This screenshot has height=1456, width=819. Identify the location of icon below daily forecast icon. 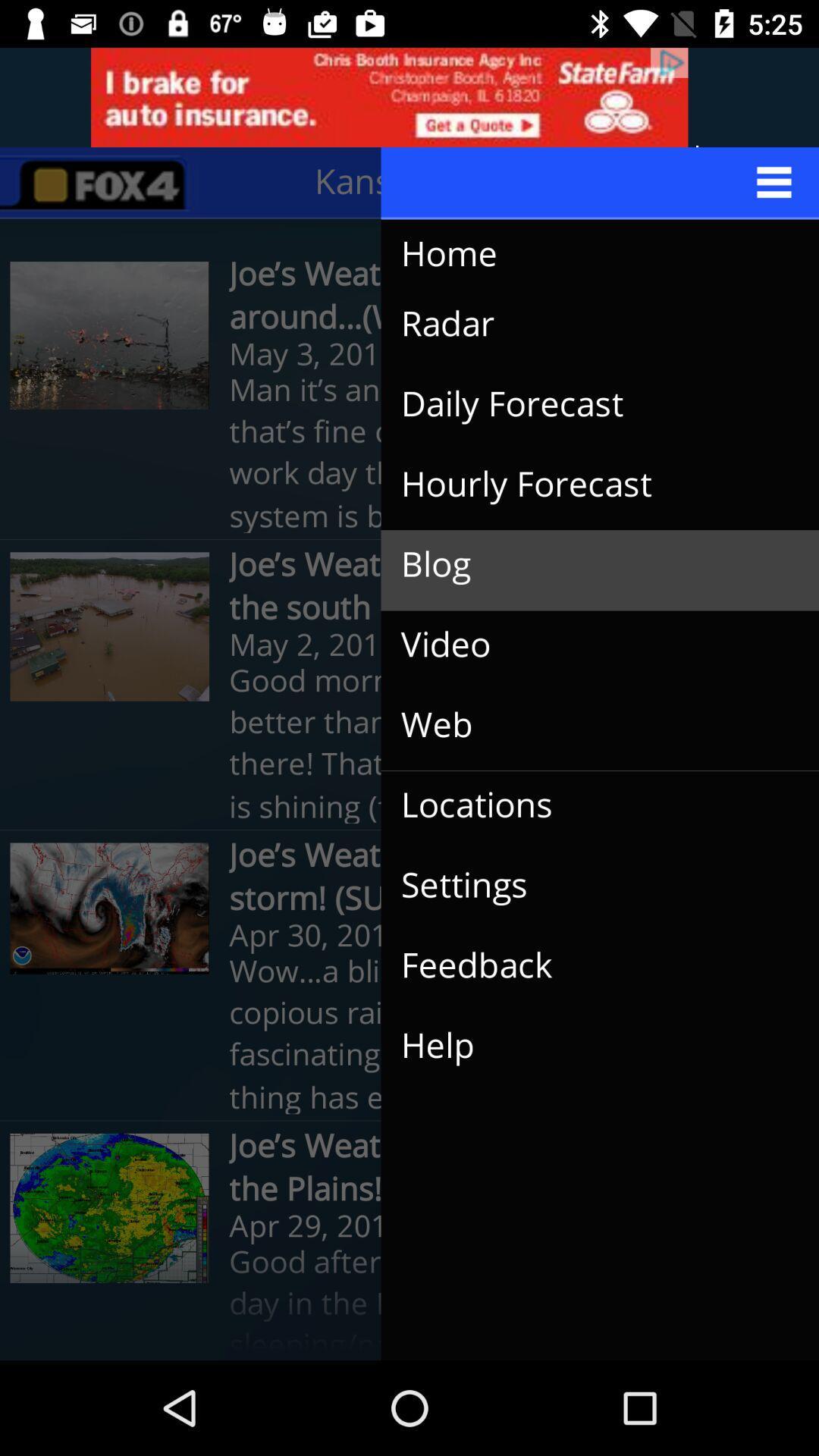
(587, 484).